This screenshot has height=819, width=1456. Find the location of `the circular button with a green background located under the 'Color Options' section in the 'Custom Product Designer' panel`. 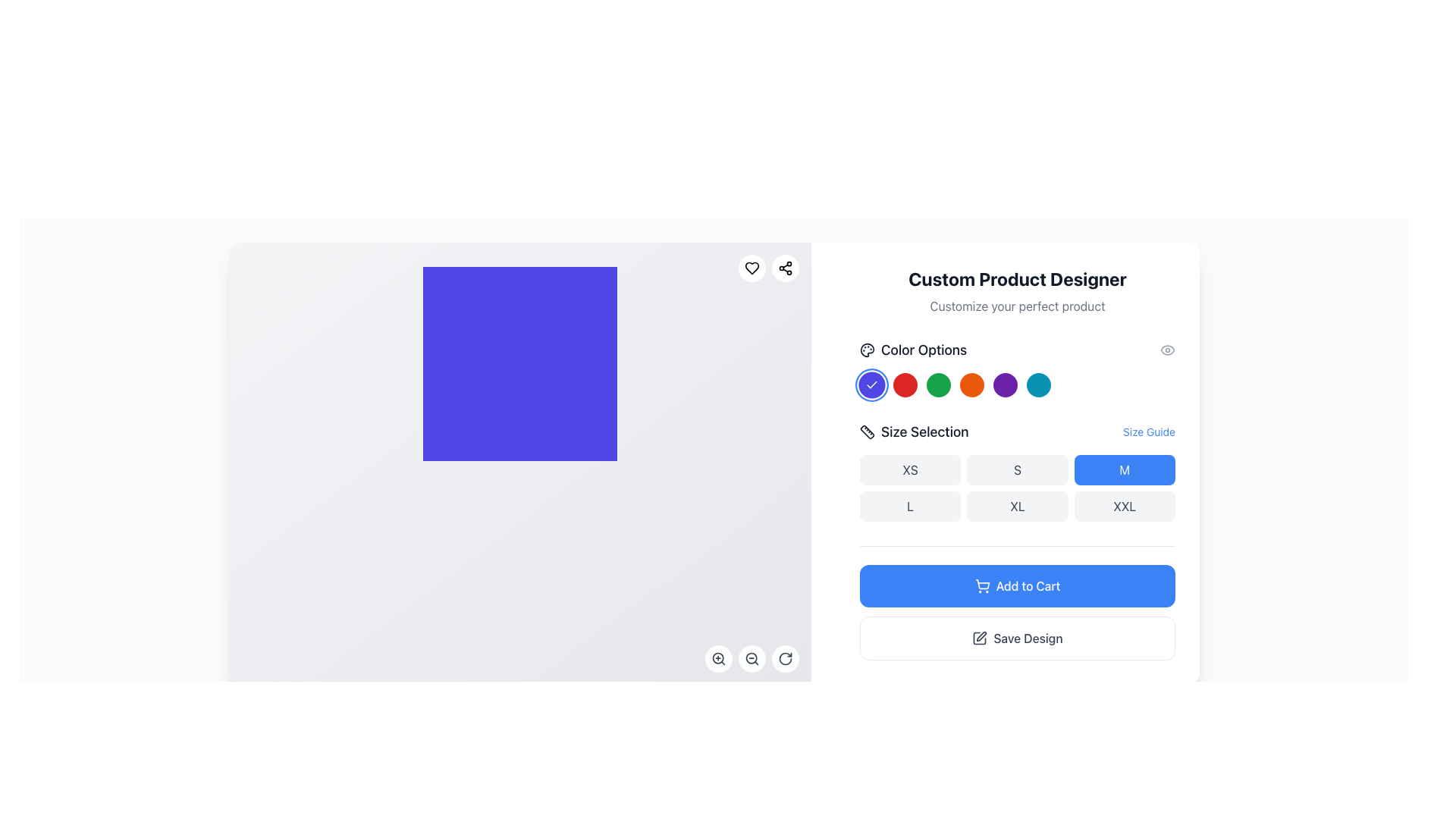

the circular button with a green background located under the 'Color Options' section in the 'Custom Product Designer' panel is located at coordinates (938, 384).